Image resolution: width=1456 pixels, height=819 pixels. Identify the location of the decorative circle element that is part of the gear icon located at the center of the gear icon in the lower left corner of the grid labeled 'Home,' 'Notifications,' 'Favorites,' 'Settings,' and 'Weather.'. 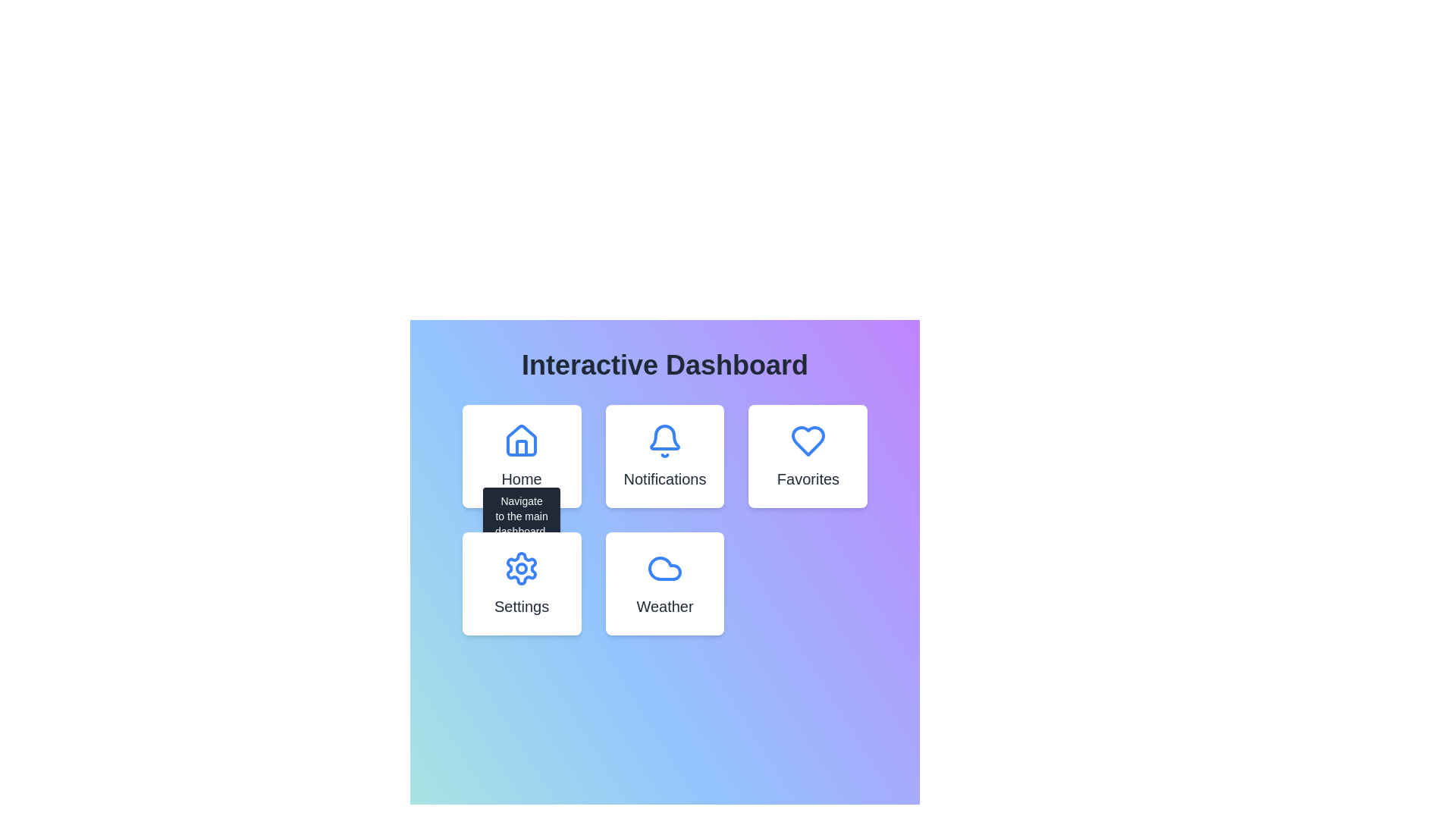
(522, 568).